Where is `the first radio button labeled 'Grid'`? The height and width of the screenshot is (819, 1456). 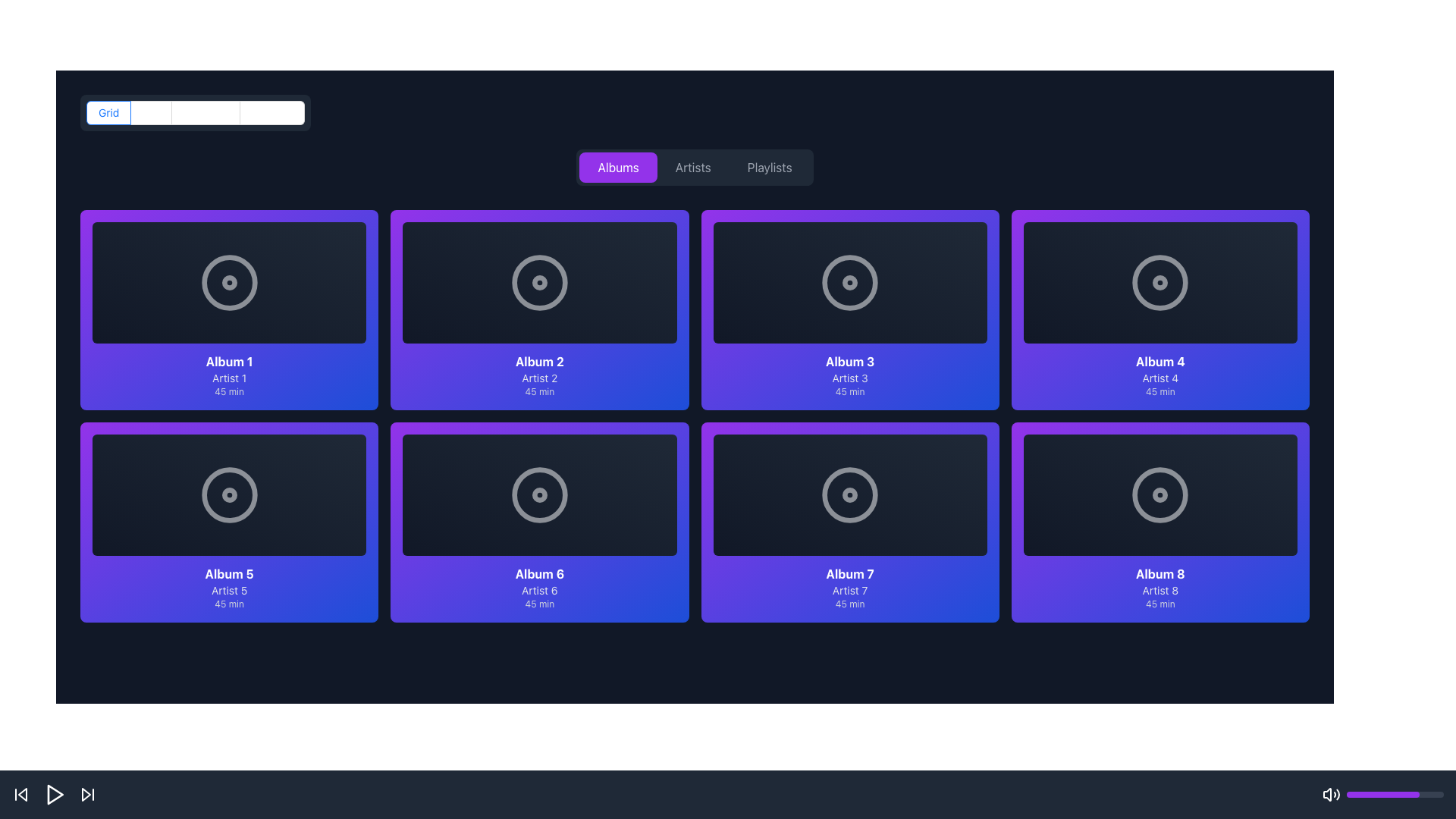
the first radio button labeled 'Grid' is located at coordinates (108, 112).